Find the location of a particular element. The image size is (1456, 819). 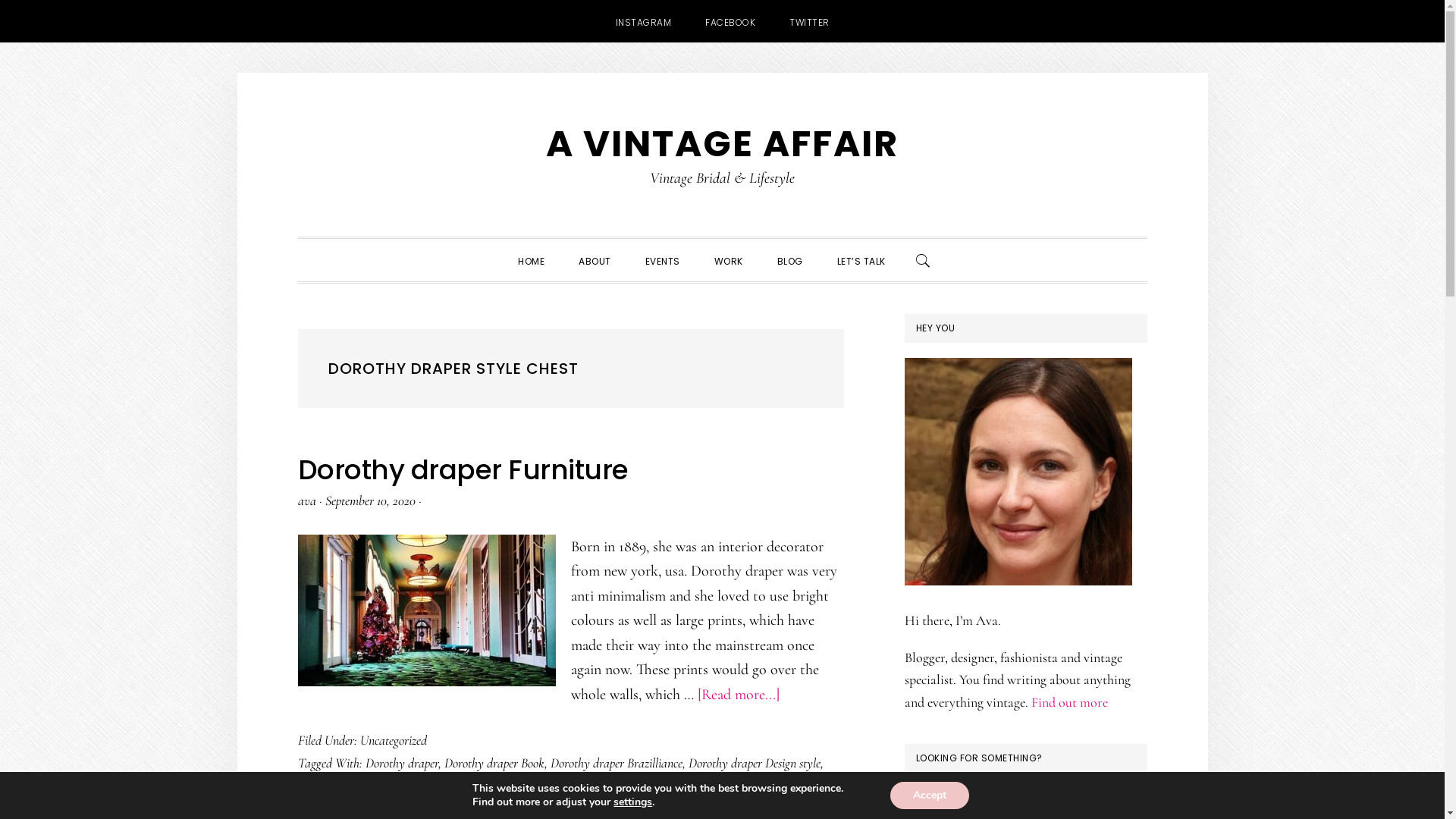

'TWITTER' is located at coordinates (808, 20).